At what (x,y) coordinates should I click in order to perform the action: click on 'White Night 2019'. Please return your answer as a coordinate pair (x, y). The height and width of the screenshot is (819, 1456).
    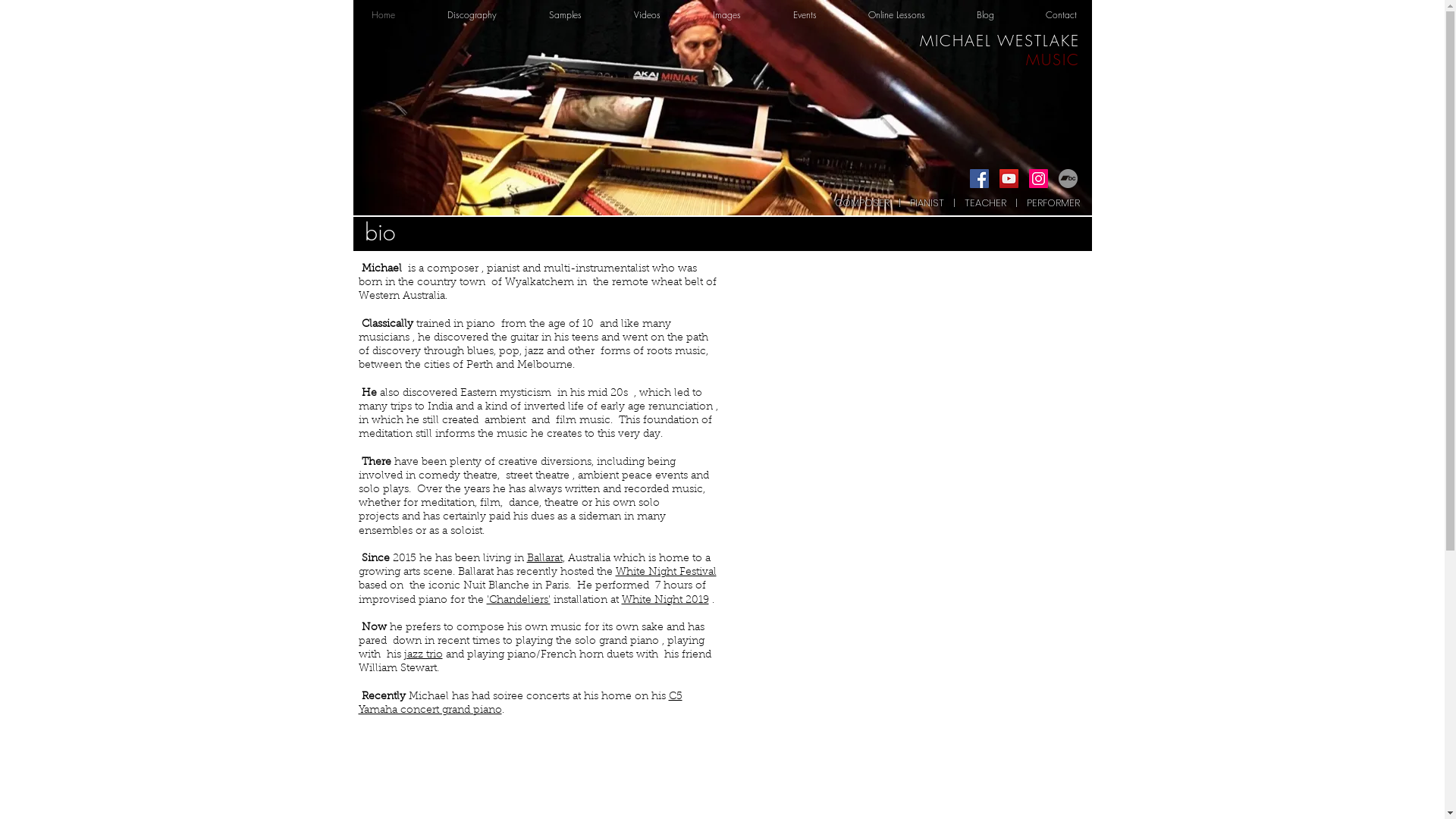
    Looking at the image, I should click on (665, 598).